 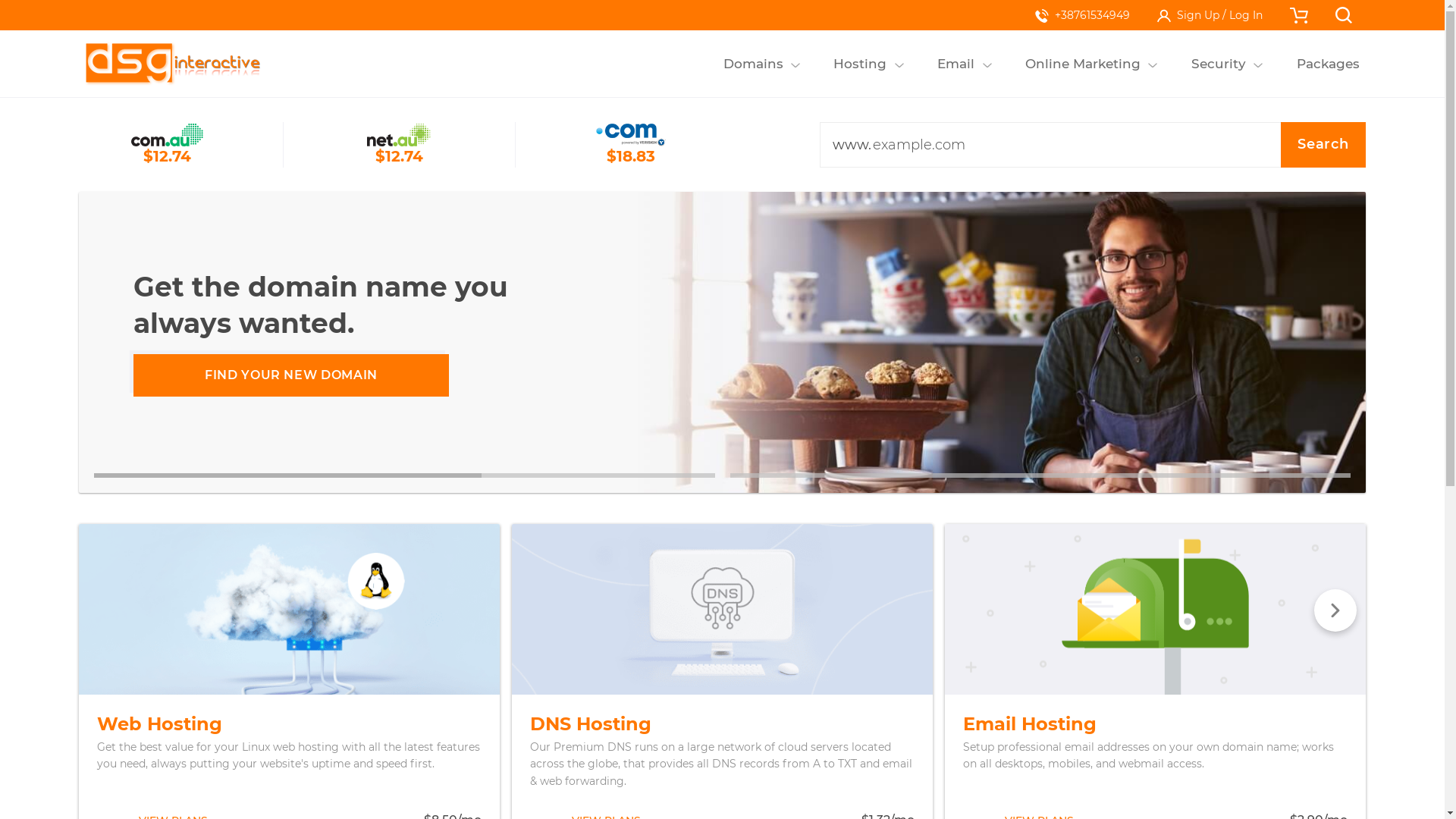 I want to click on 'Security', so click(x=1218, y=63).